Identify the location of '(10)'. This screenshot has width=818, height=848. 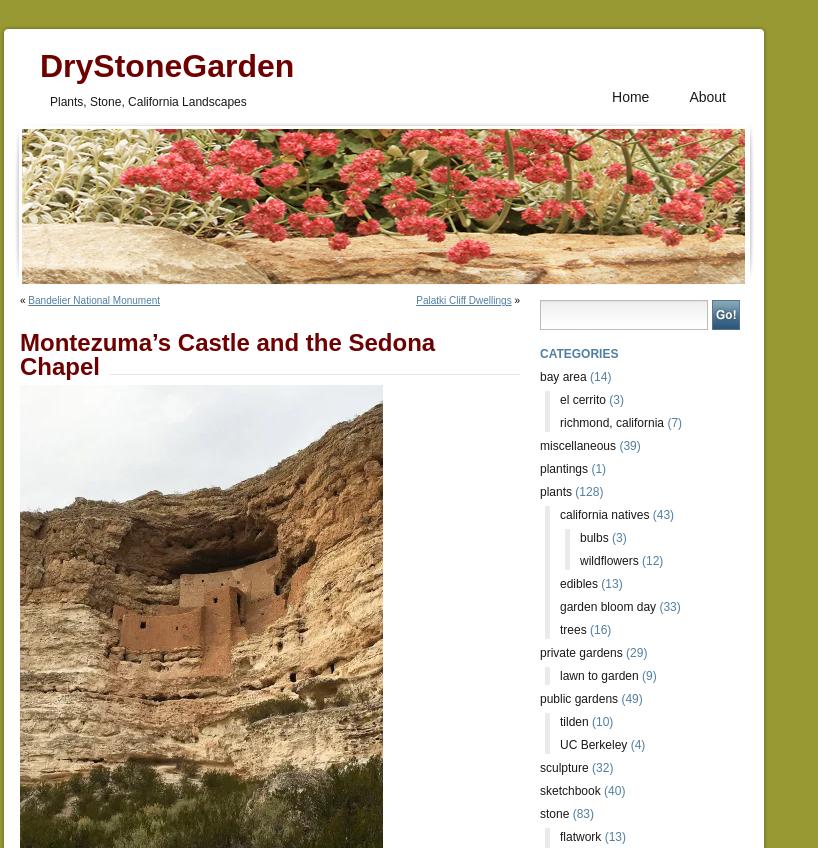
(599, 721).